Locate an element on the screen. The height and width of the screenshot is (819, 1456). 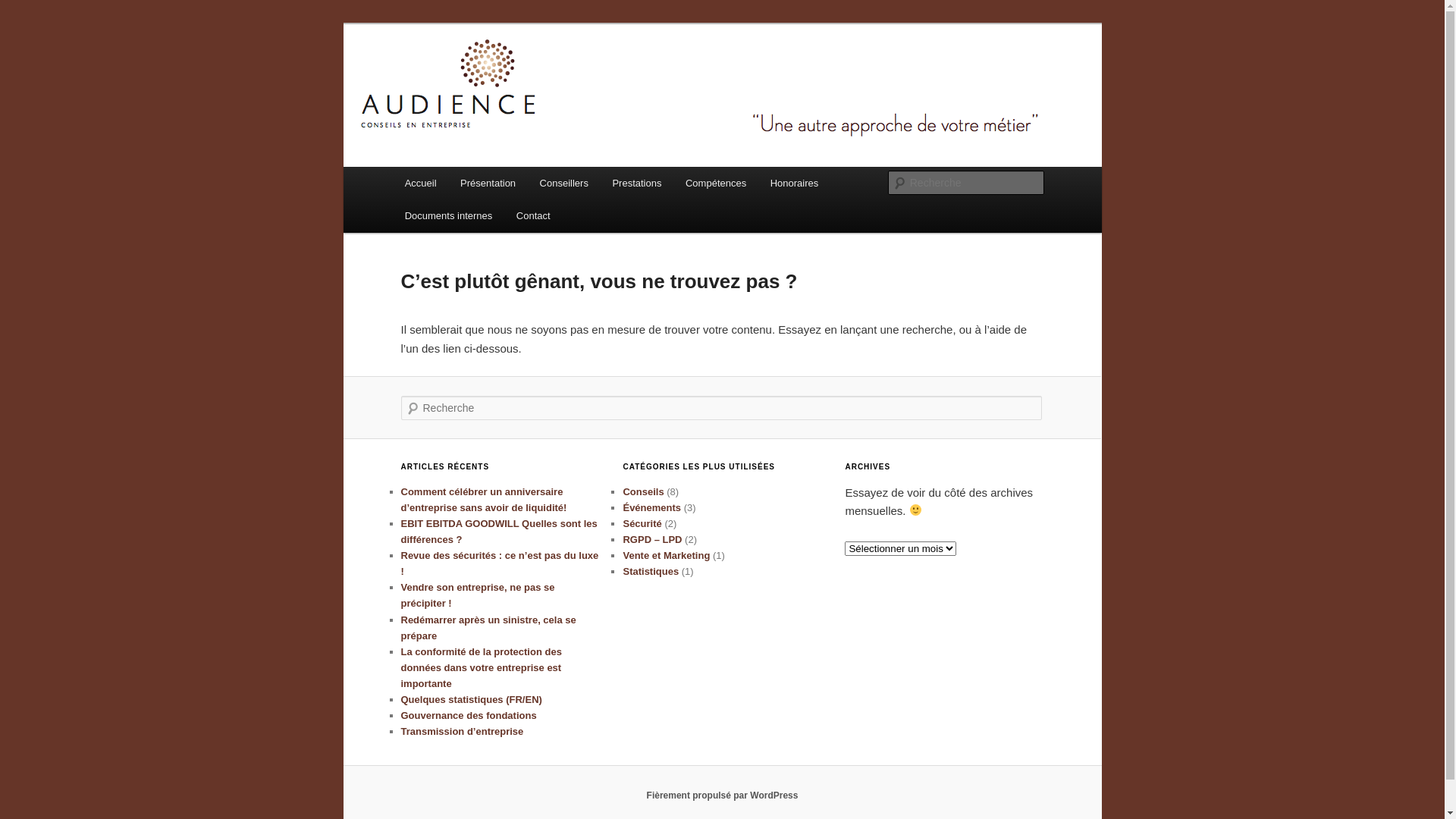
'Vente et Marketing' is located at coordinates (666, 555).